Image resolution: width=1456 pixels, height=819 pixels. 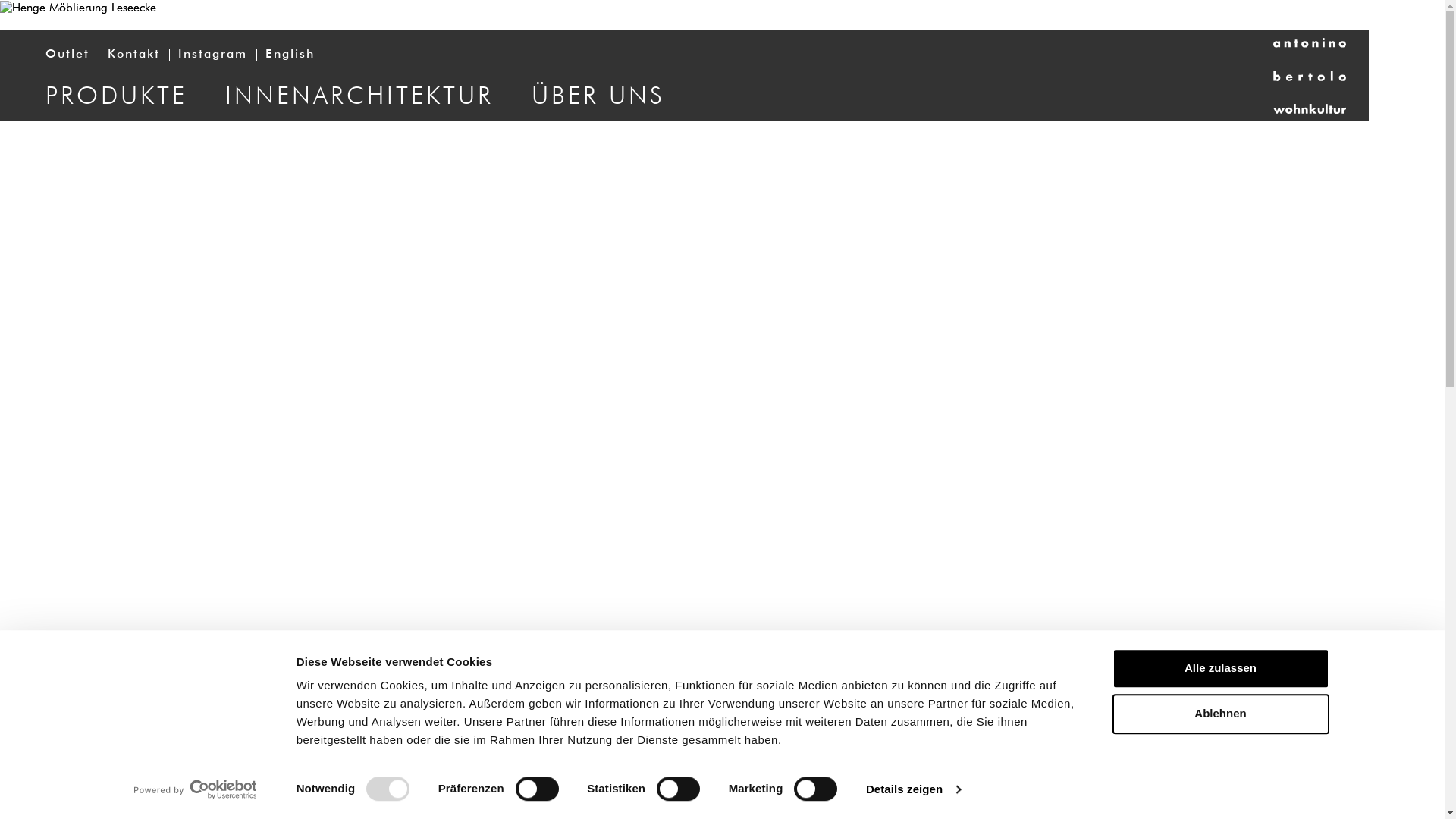 I want to click on 'English', so click(x=290, y=54).